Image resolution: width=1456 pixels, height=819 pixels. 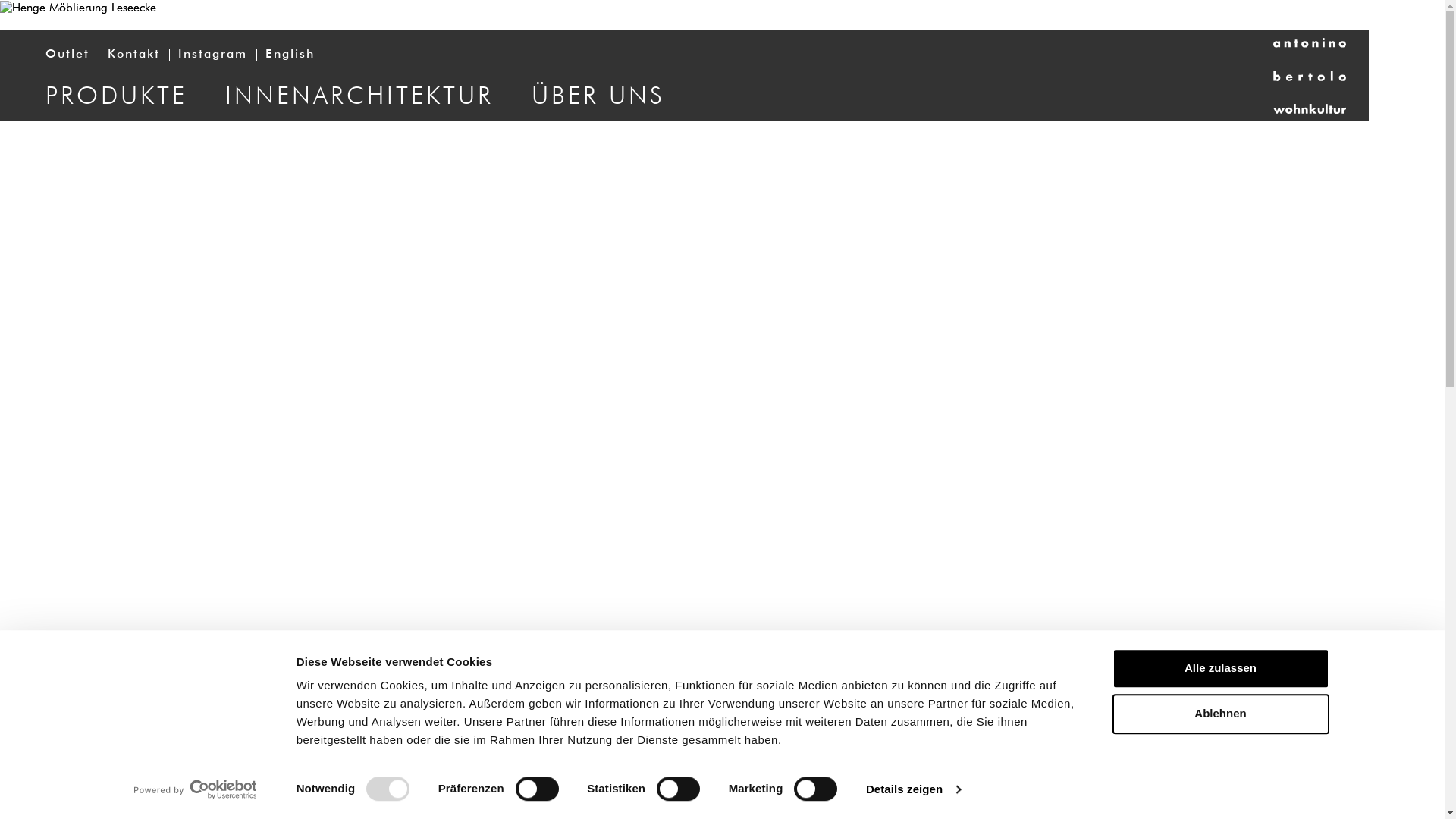 I want to click on 'English', so click(x=290, y=54).